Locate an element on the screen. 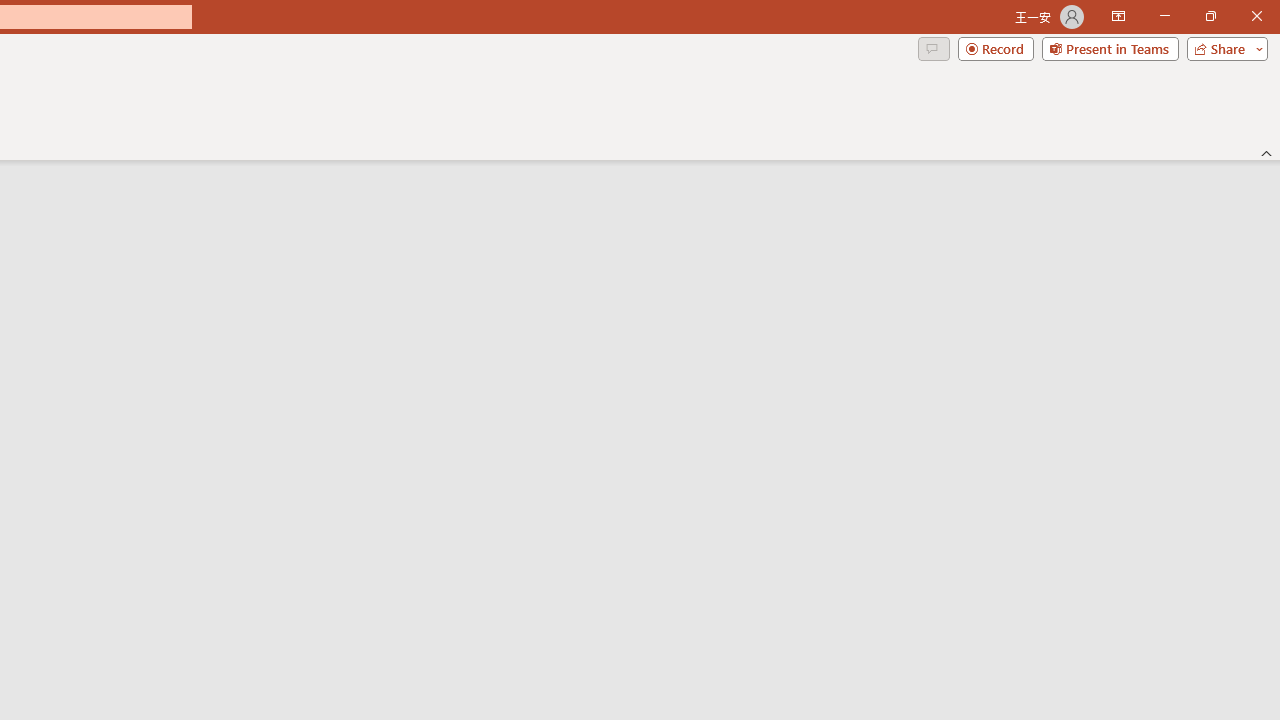  'Comments' is located at coordinates (932, 47).